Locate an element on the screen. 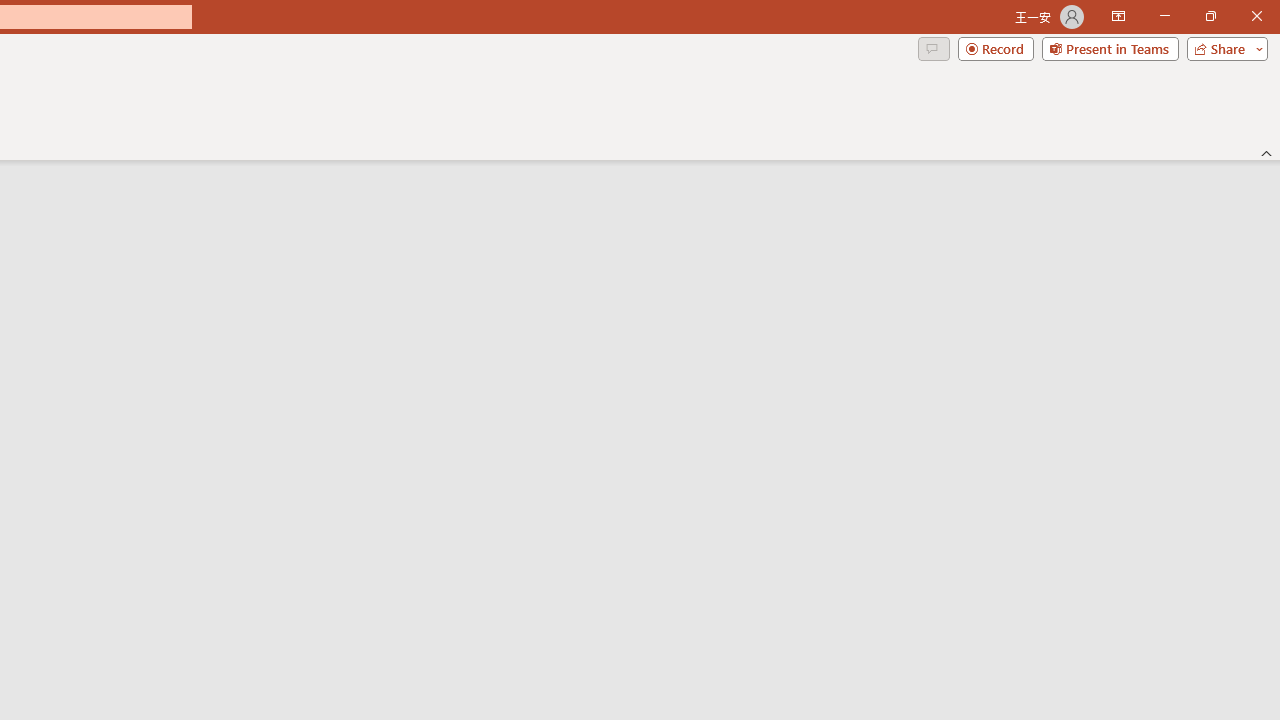  'Comments' is located at coordinates (932, 47).